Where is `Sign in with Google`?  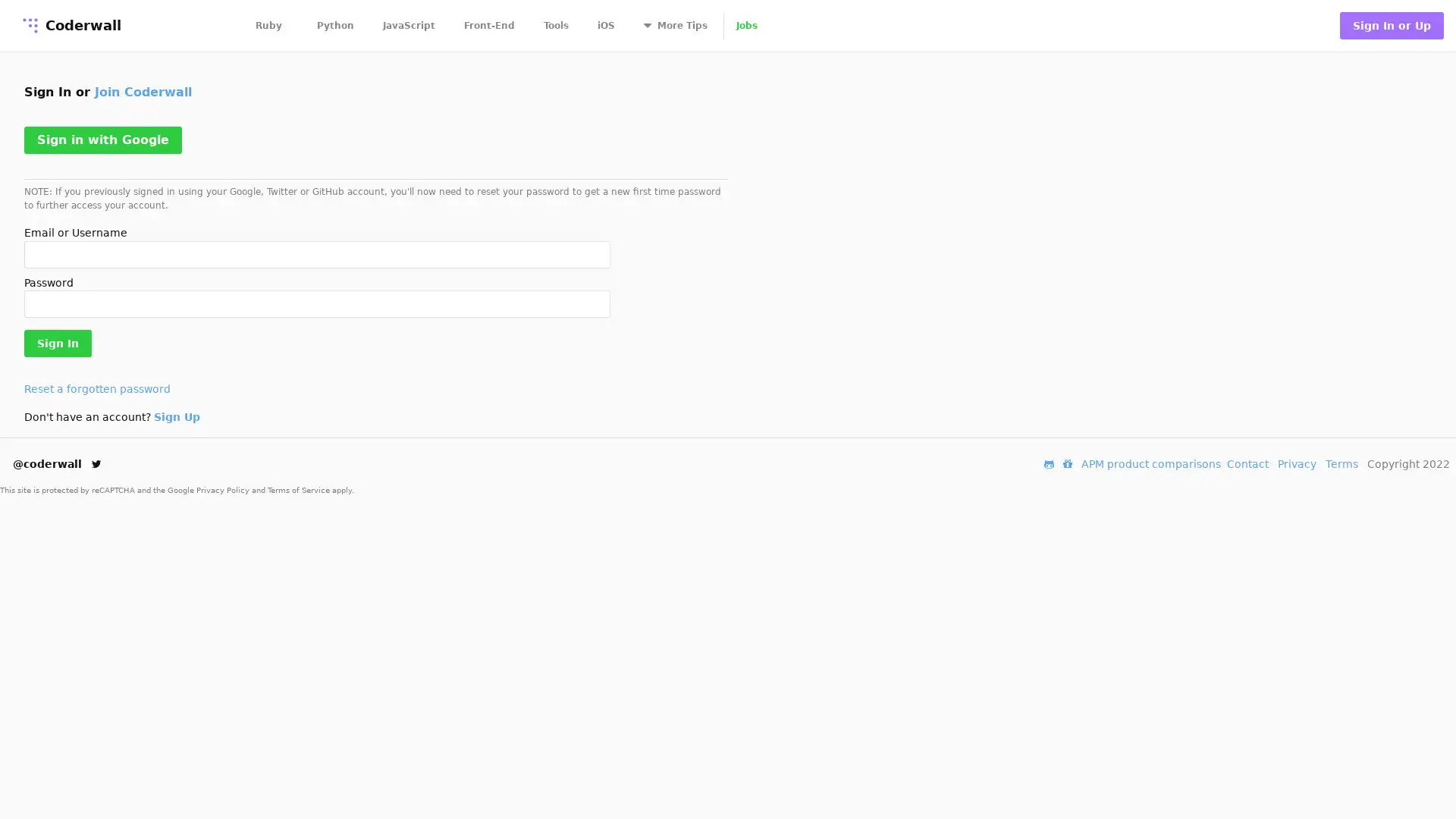
Sign in with Google is located at coordinates (102, 140).